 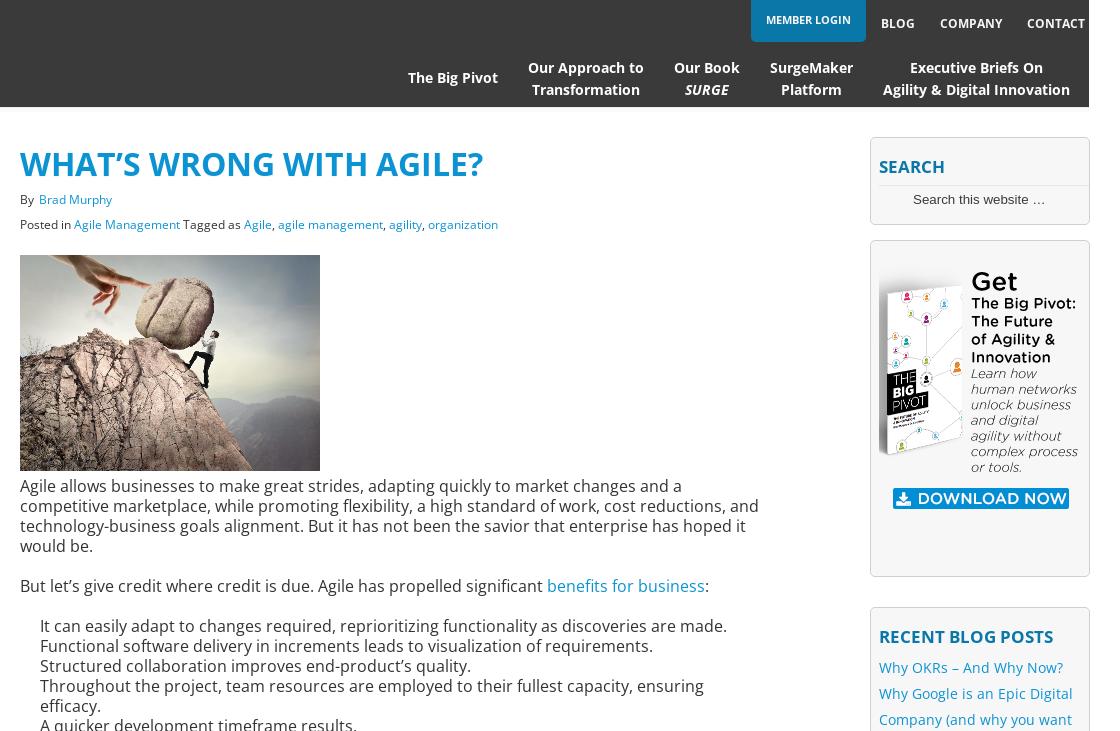 What do you see at coordinates (1055, 22) in the screenshot?
I see `'CONTACT'` at bounding box center [1055, 22].